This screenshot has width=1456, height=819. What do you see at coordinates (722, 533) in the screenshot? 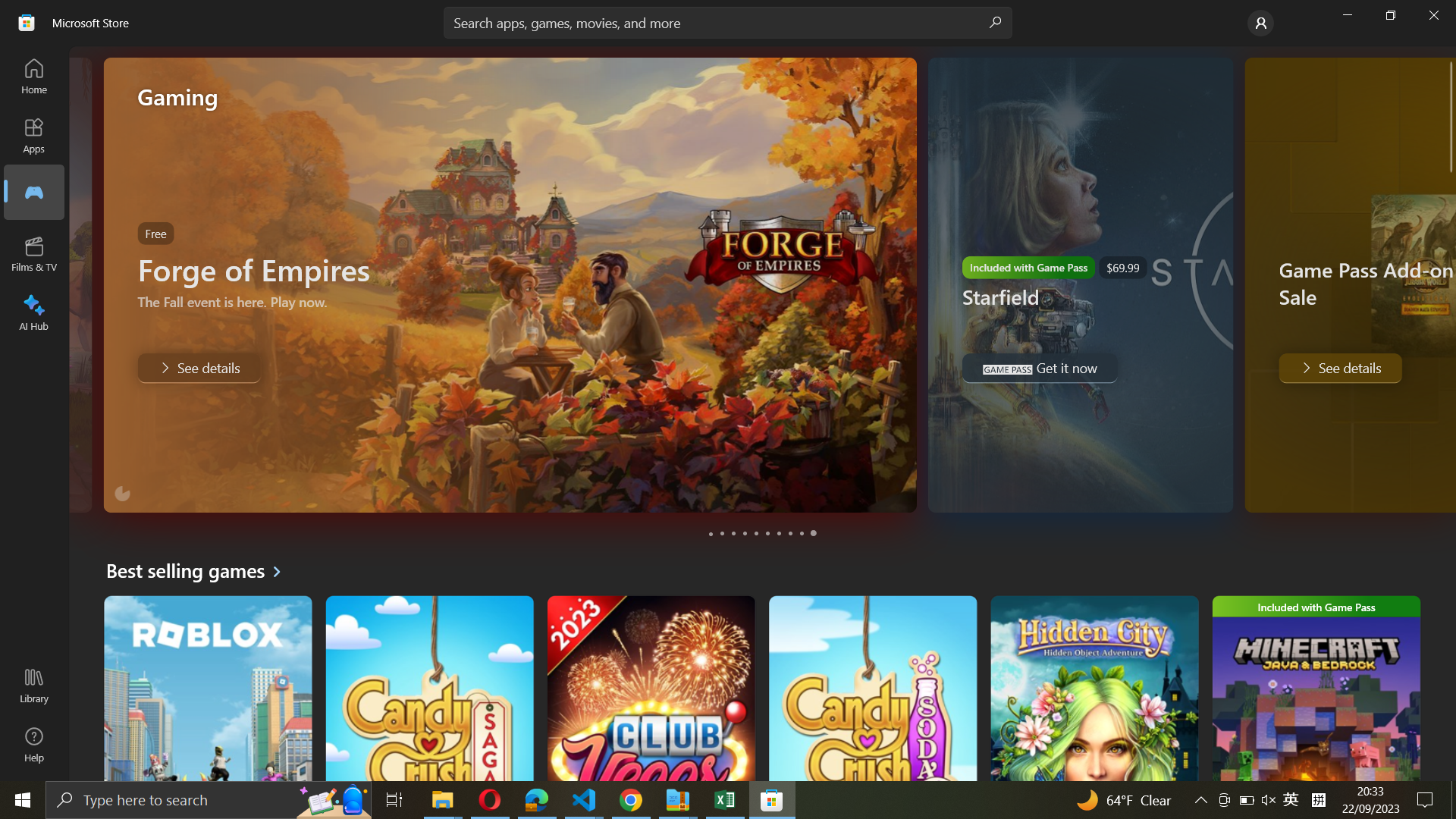
I see `To view Starfield game details, perform a mouse click on the marked spot` at bounding box center [722, 533].